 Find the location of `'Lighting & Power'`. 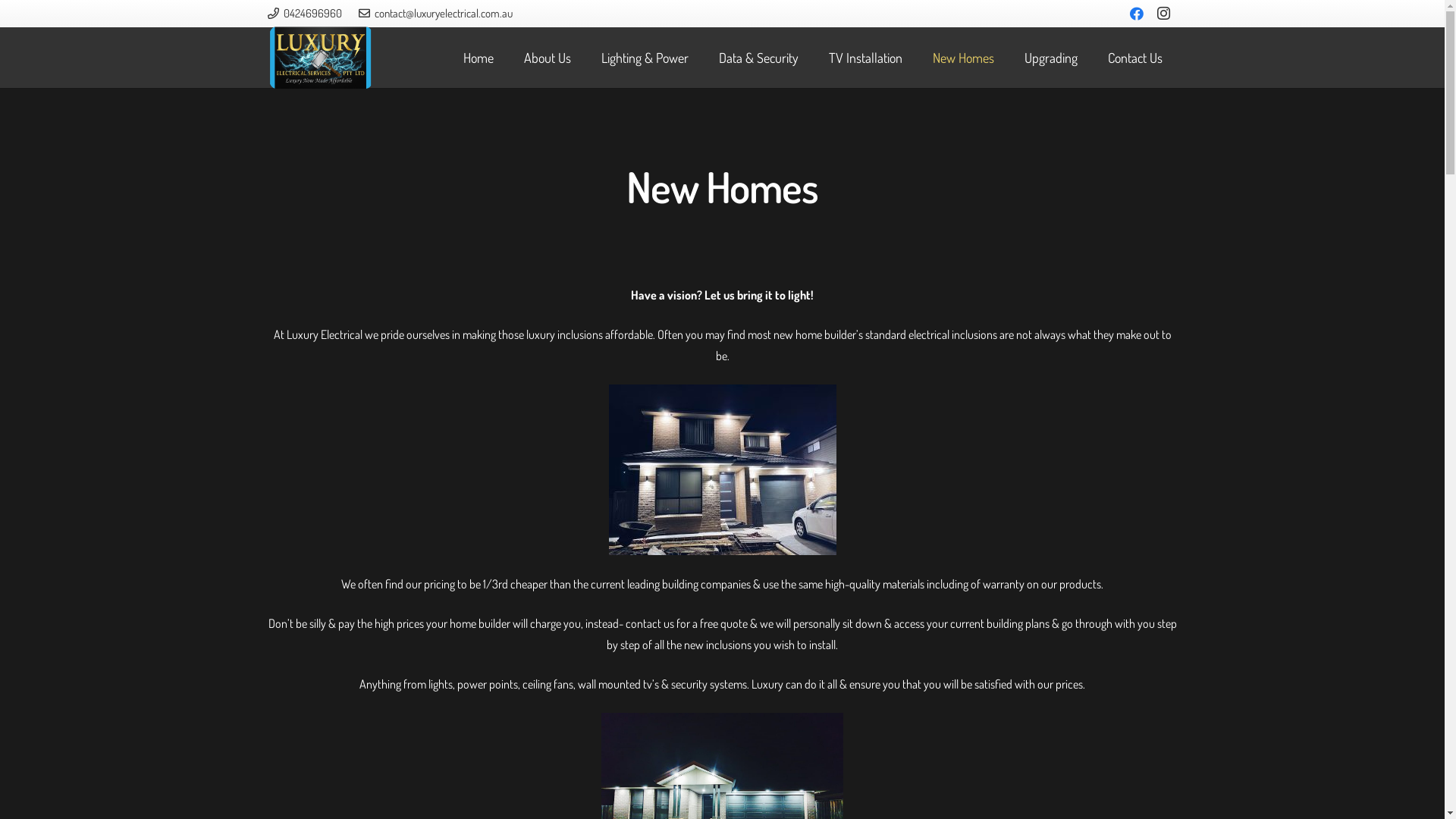

'Lighting & Power' is located at coordinates (585, 57).